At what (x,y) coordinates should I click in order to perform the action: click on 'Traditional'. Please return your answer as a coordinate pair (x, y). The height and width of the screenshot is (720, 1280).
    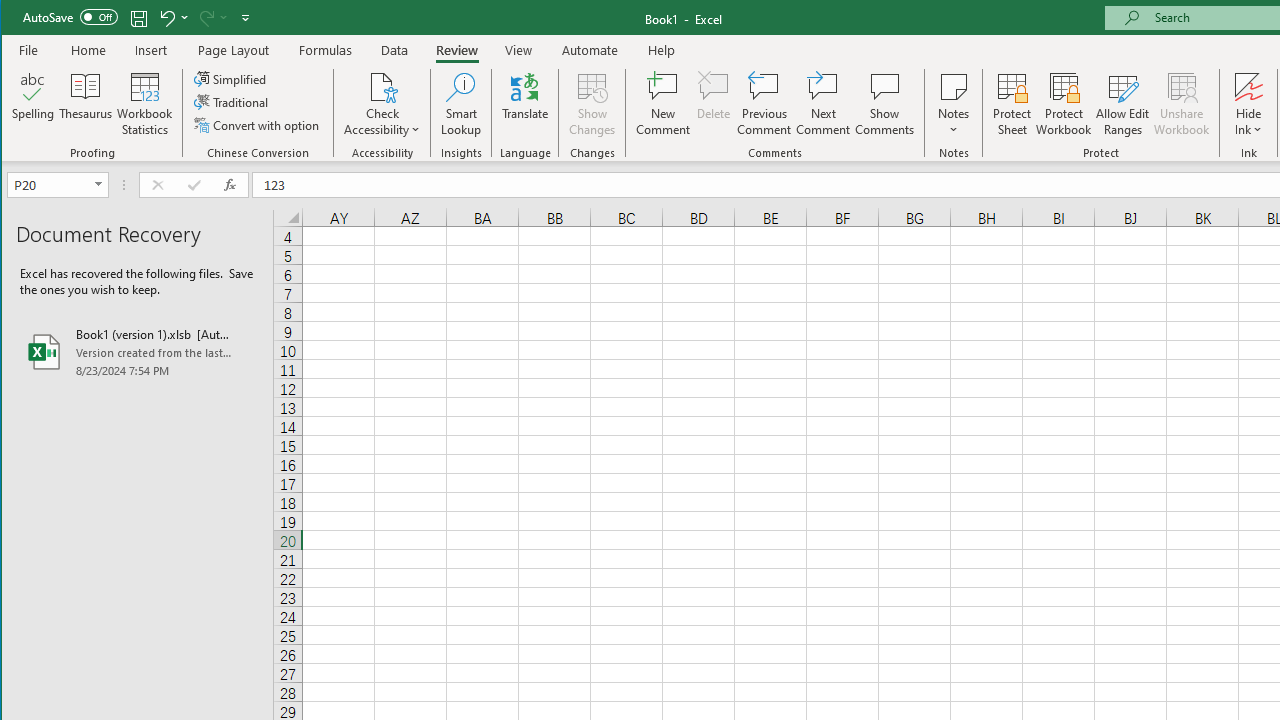
    Looking at the image, I should click on (232, 102).